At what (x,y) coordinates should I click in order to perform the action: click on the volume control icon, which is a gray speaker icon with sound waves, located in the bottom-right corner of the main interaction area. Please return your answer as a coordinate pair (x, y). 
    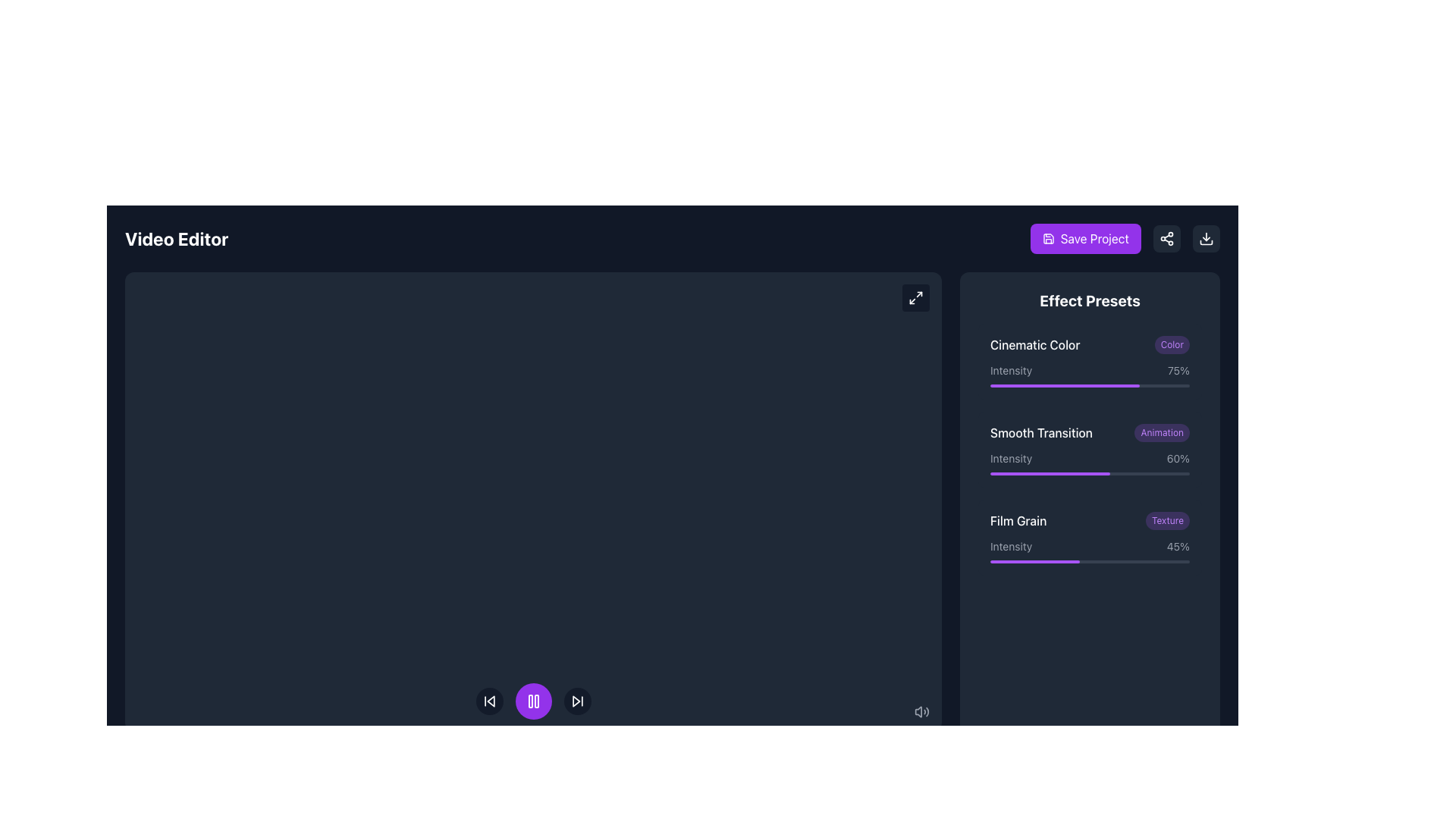
    Looking at the image, I should click on (921, 711).